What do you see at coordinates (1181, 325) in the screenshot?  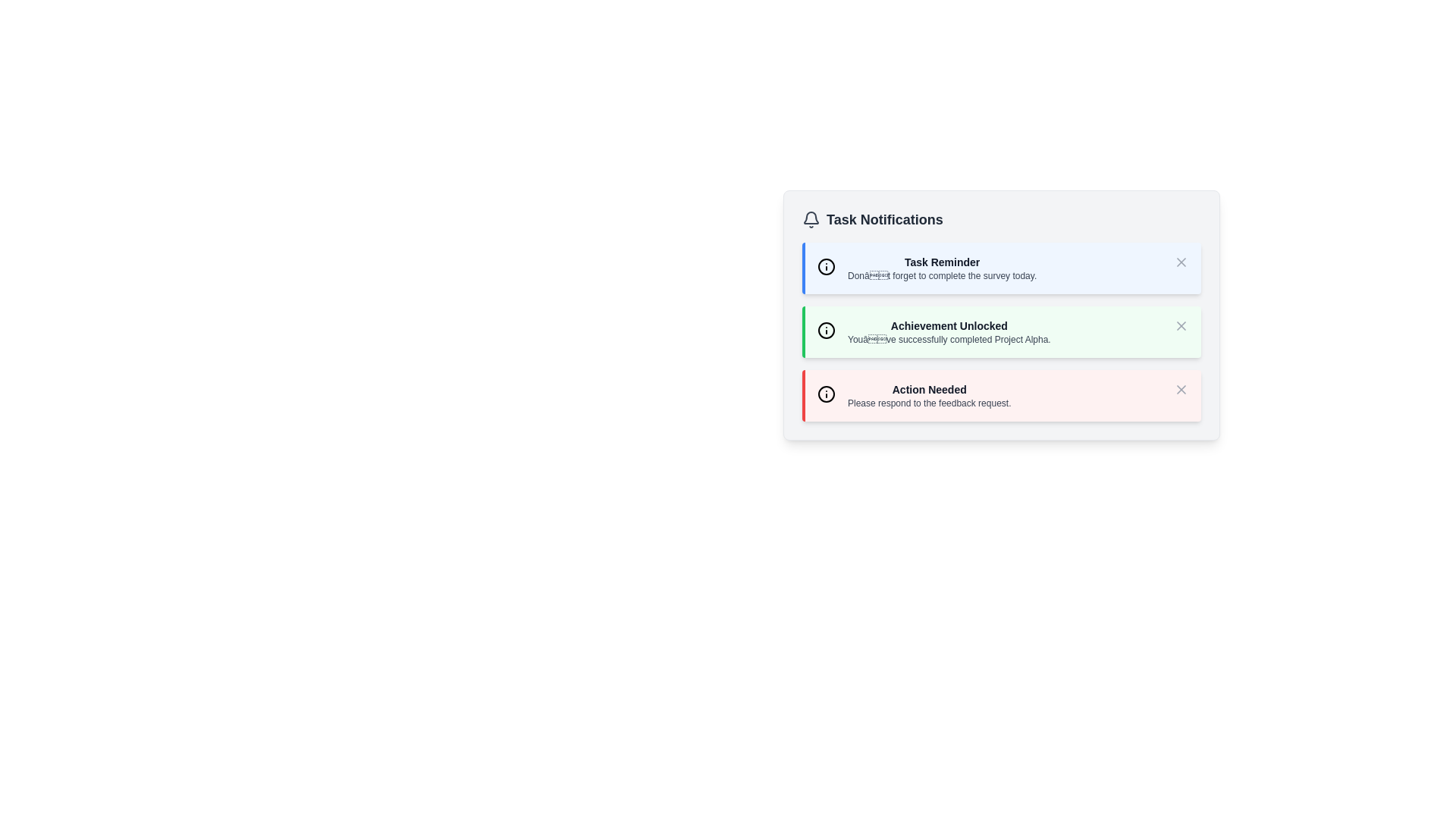 I see `the close button icon, which is the second button in the notification card` at bounding box center [1181, 325].